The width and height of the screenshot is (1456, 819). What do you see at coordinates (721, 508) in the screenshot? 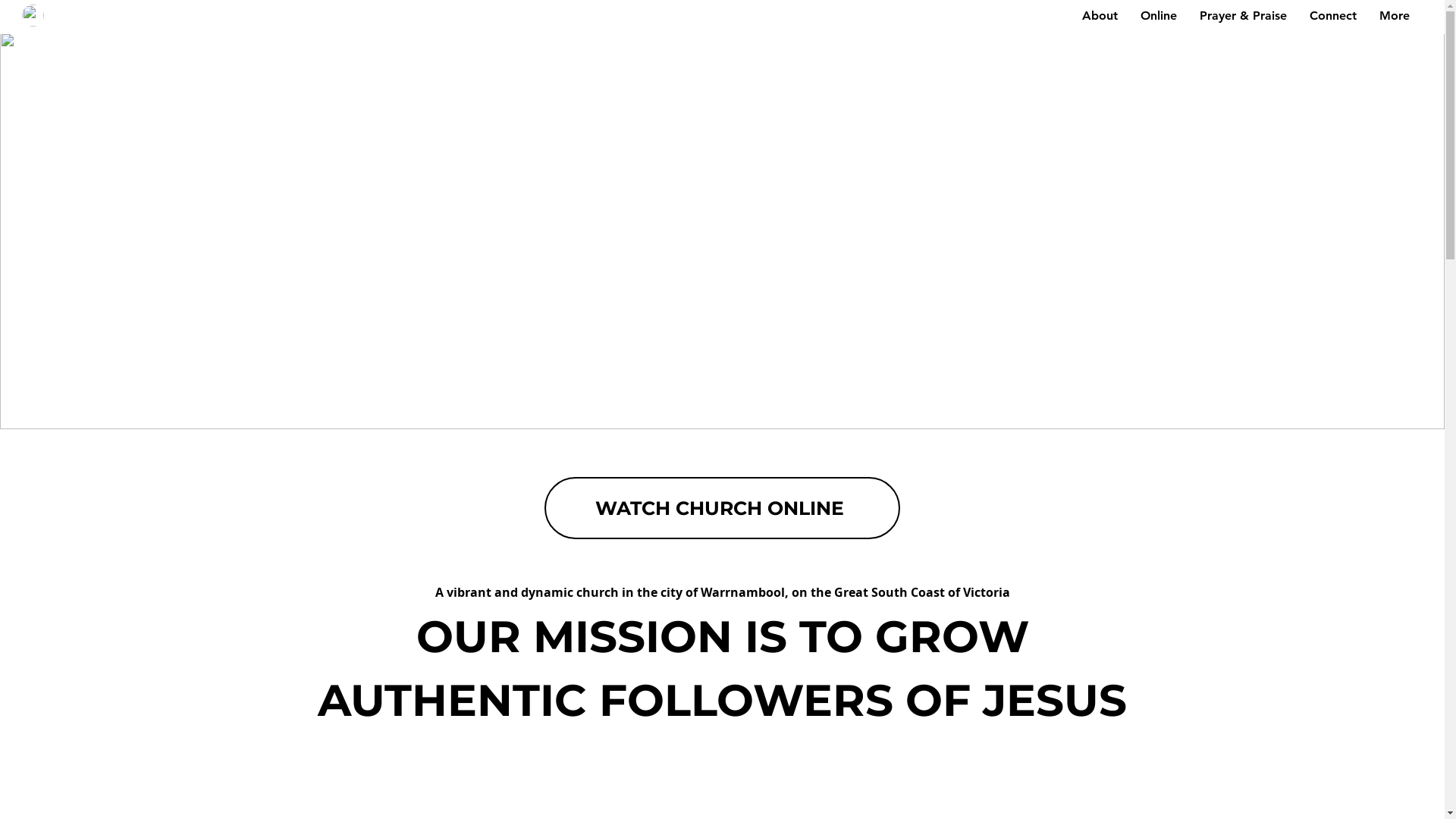
I see `'WATCH CHURCH ONLINE'` at bounding box center [721, 508].